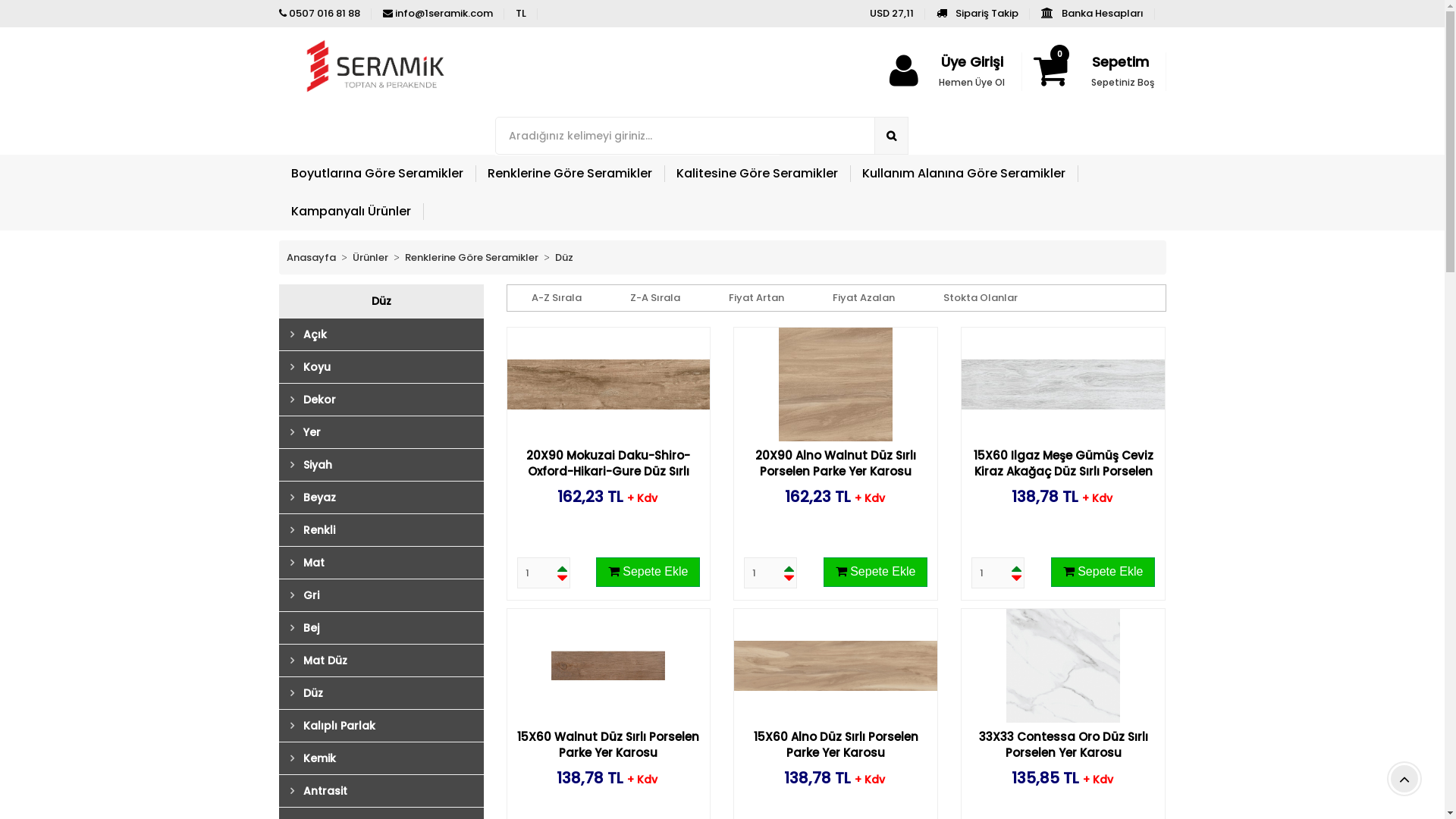 Image resolution: width=1456 pixels, height=819 pixels. I want to click on 'Mat', so click(303, 562).